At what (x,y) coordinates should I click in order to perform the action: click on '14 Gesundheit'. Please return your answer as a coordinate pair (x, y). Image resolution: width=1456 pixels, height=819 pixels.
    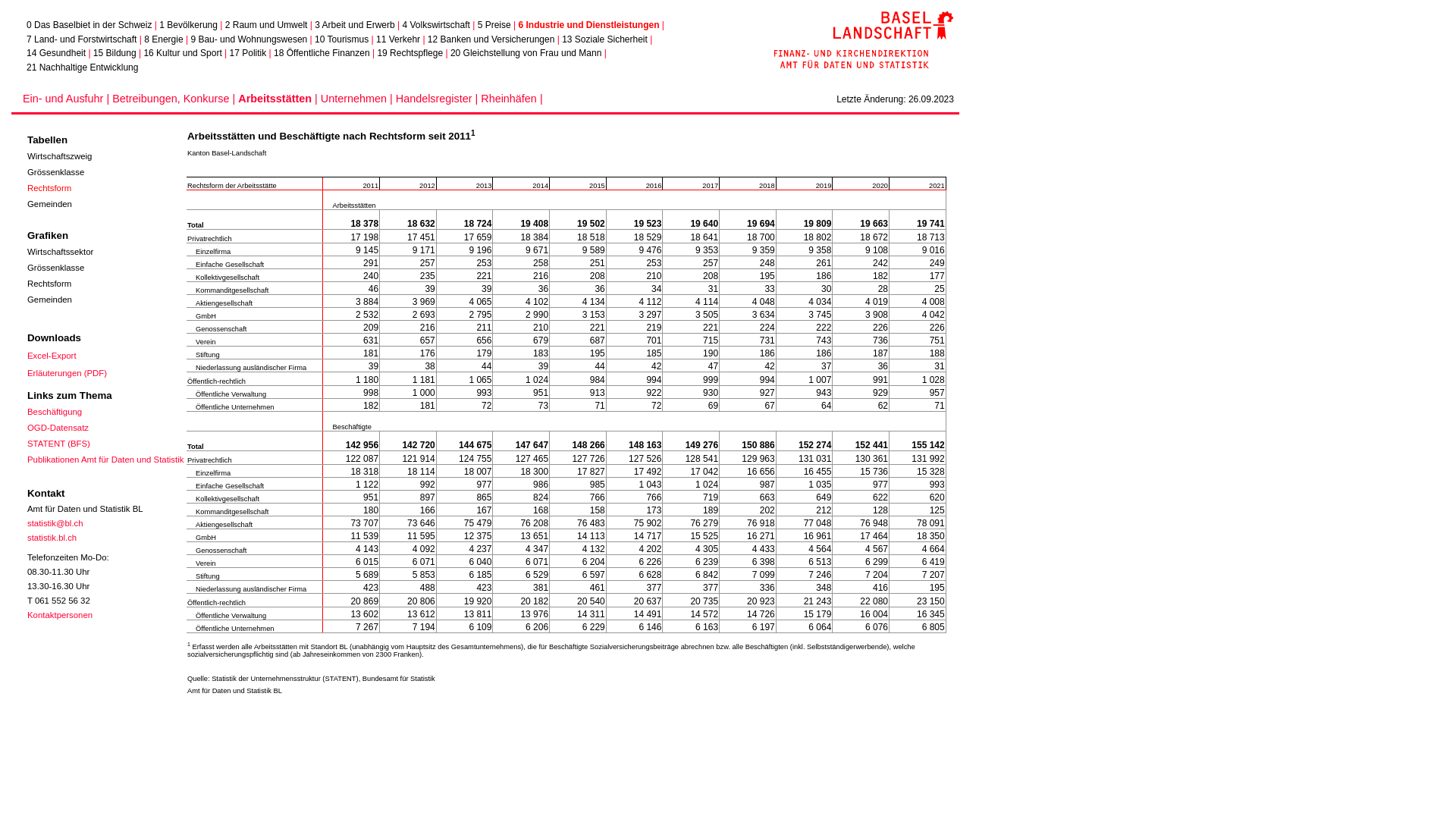
    Looking at the image, I should click on (55, 52).